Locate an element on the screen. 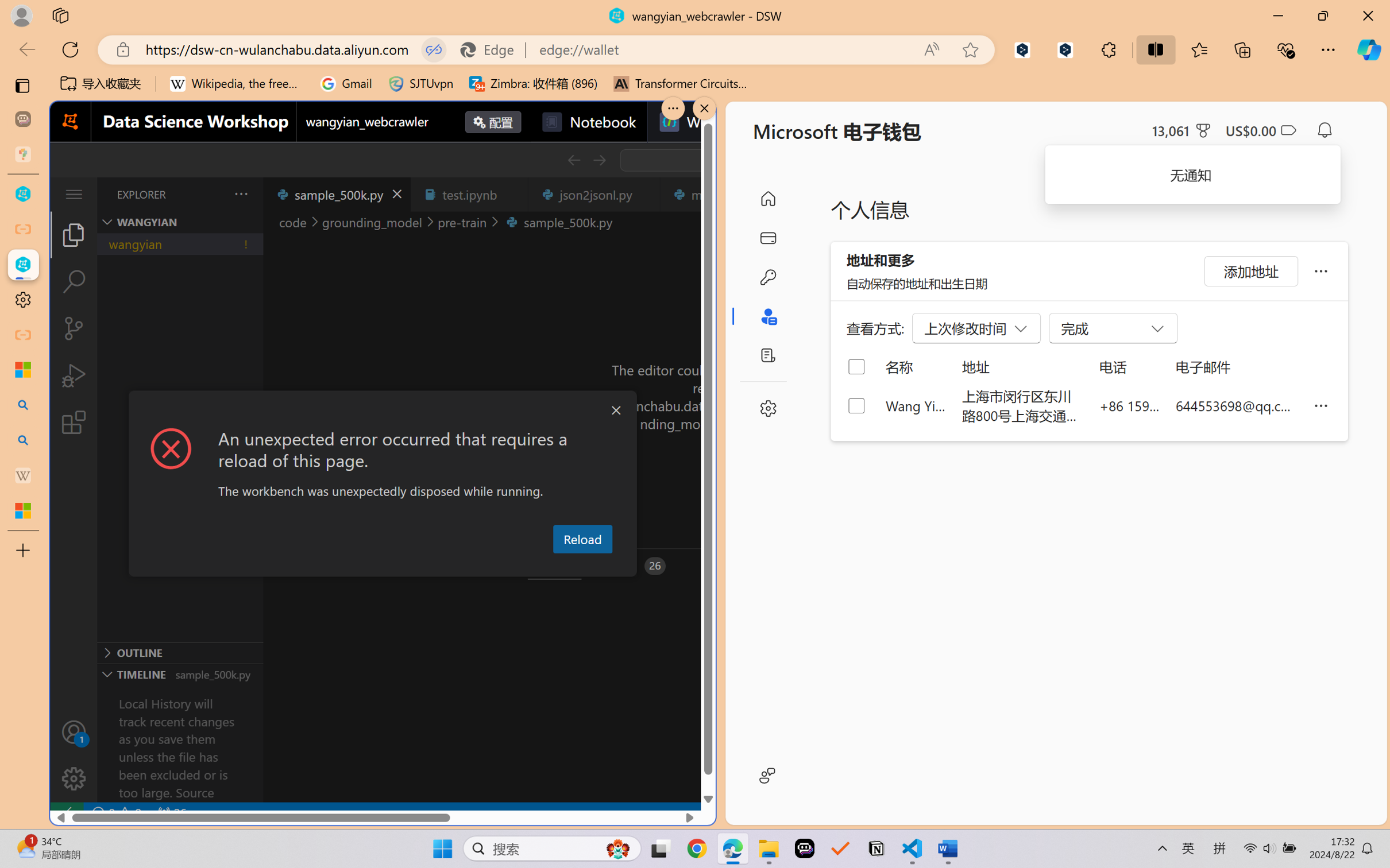 This screenshot has height=868, width=1390. 'Gmail' is located at coordinates (345, 83).